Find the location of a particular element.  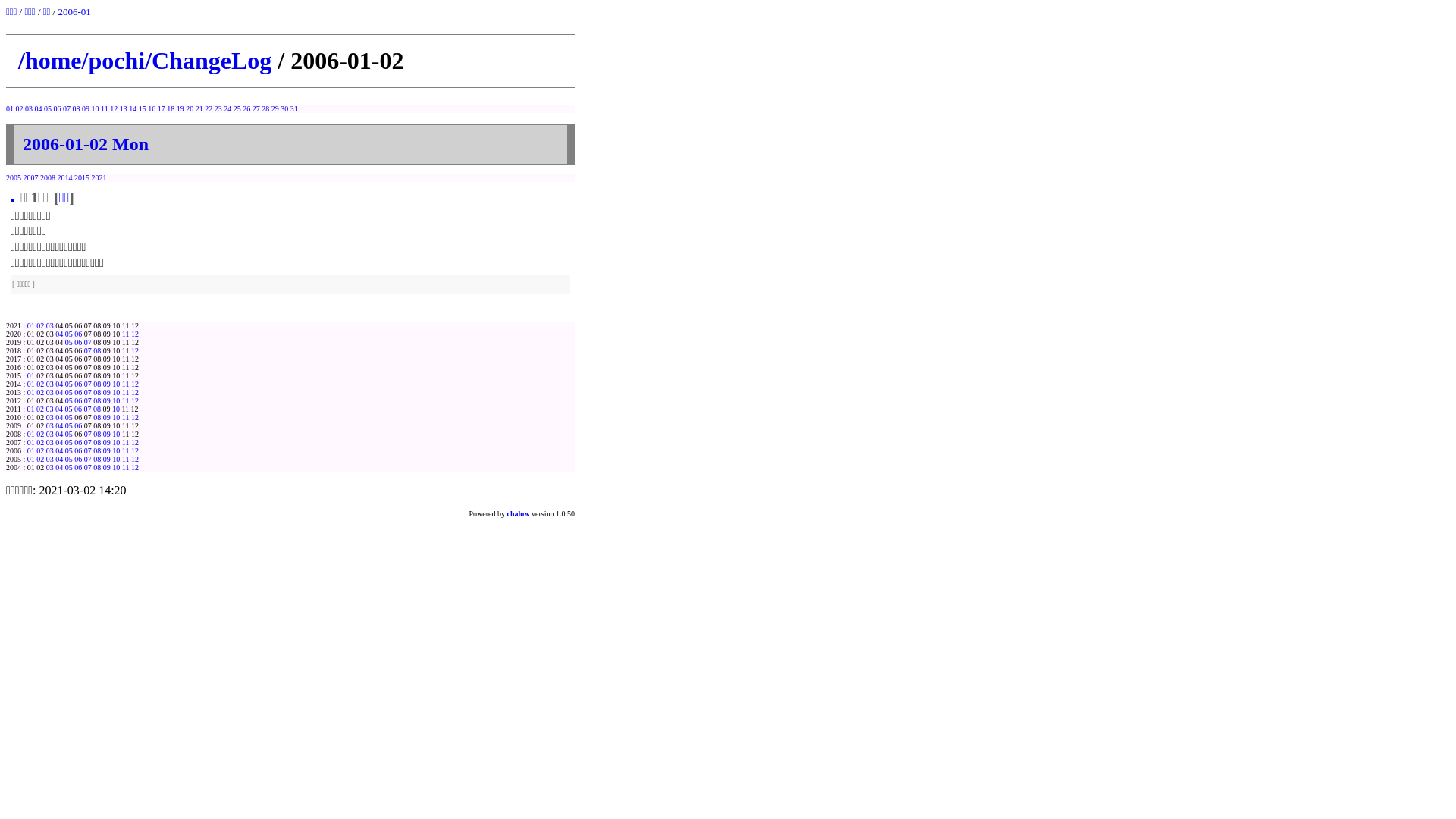

'06' is located at coordinates (77, 466).